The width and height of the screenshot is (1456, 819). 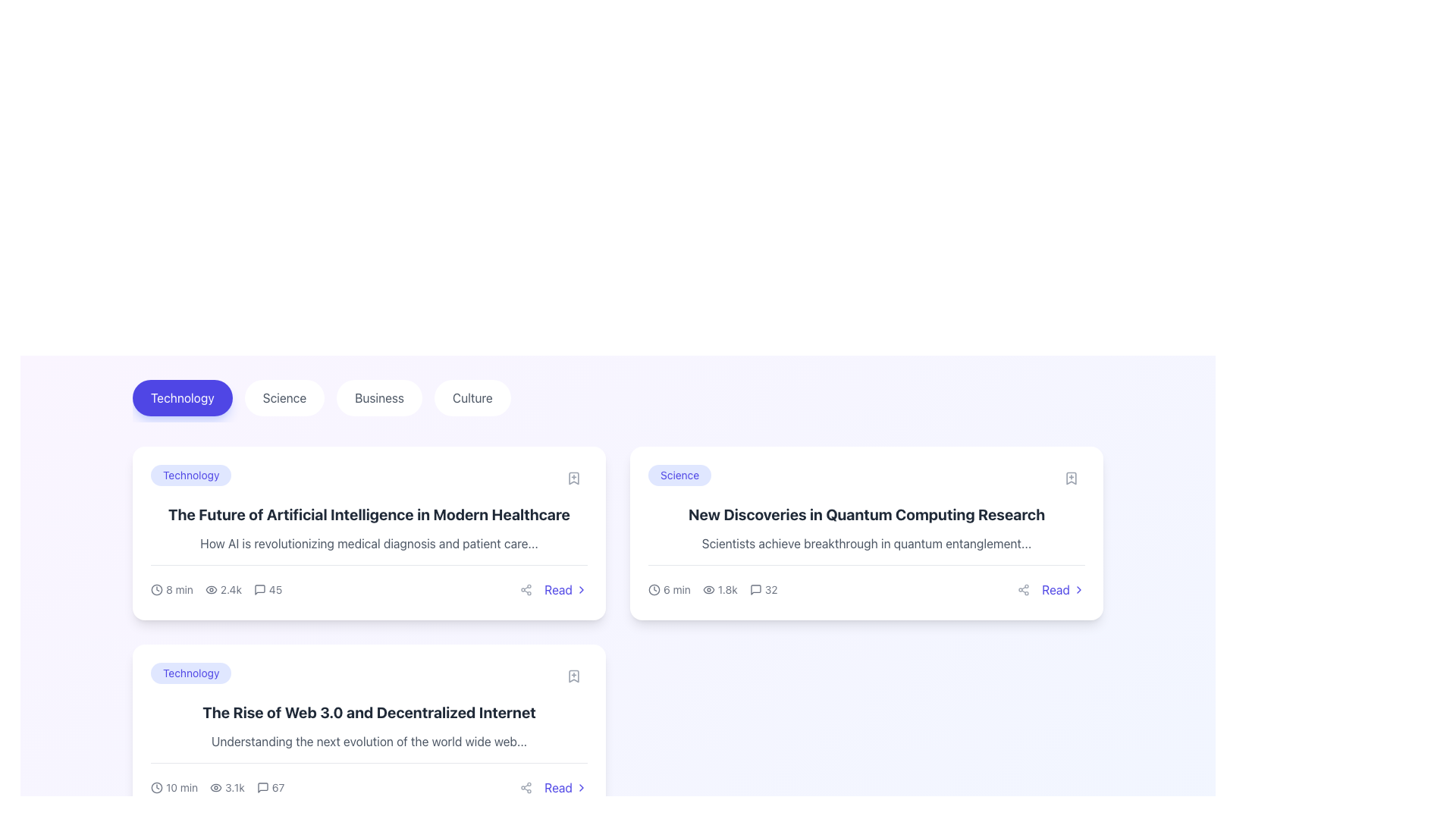 What do you see at coordinates (708, 589) in the screenshot?
I see `the eye icon that visually augments the numerical value '1.8k' next to it, located at the bottom of the card for the article titled 'New Discoveries in Quantum Computing Research.'` at bounding box center [708, 589].